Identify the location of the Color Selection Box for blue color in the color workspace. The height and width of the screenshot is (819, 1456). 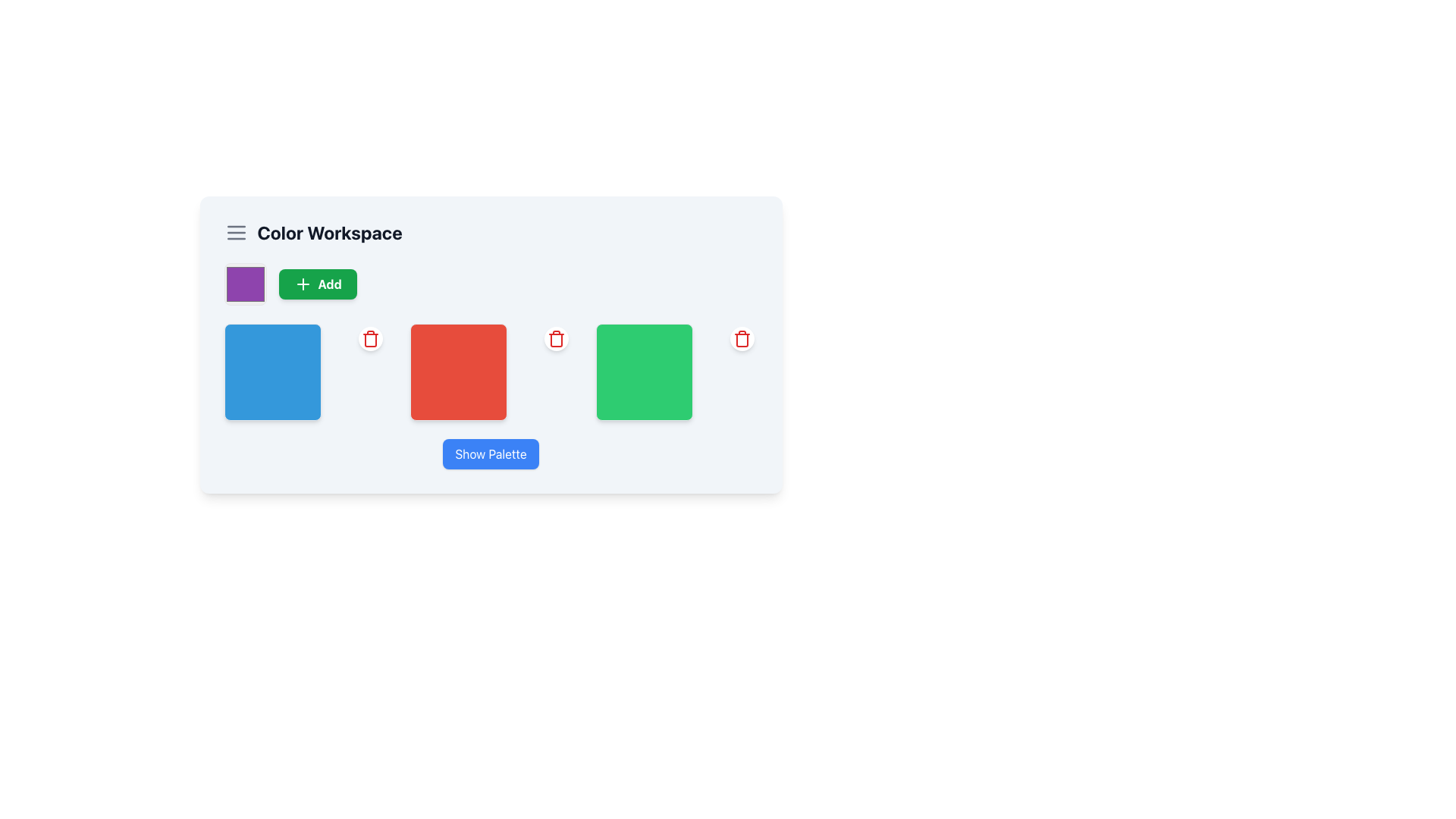
(272, 372).